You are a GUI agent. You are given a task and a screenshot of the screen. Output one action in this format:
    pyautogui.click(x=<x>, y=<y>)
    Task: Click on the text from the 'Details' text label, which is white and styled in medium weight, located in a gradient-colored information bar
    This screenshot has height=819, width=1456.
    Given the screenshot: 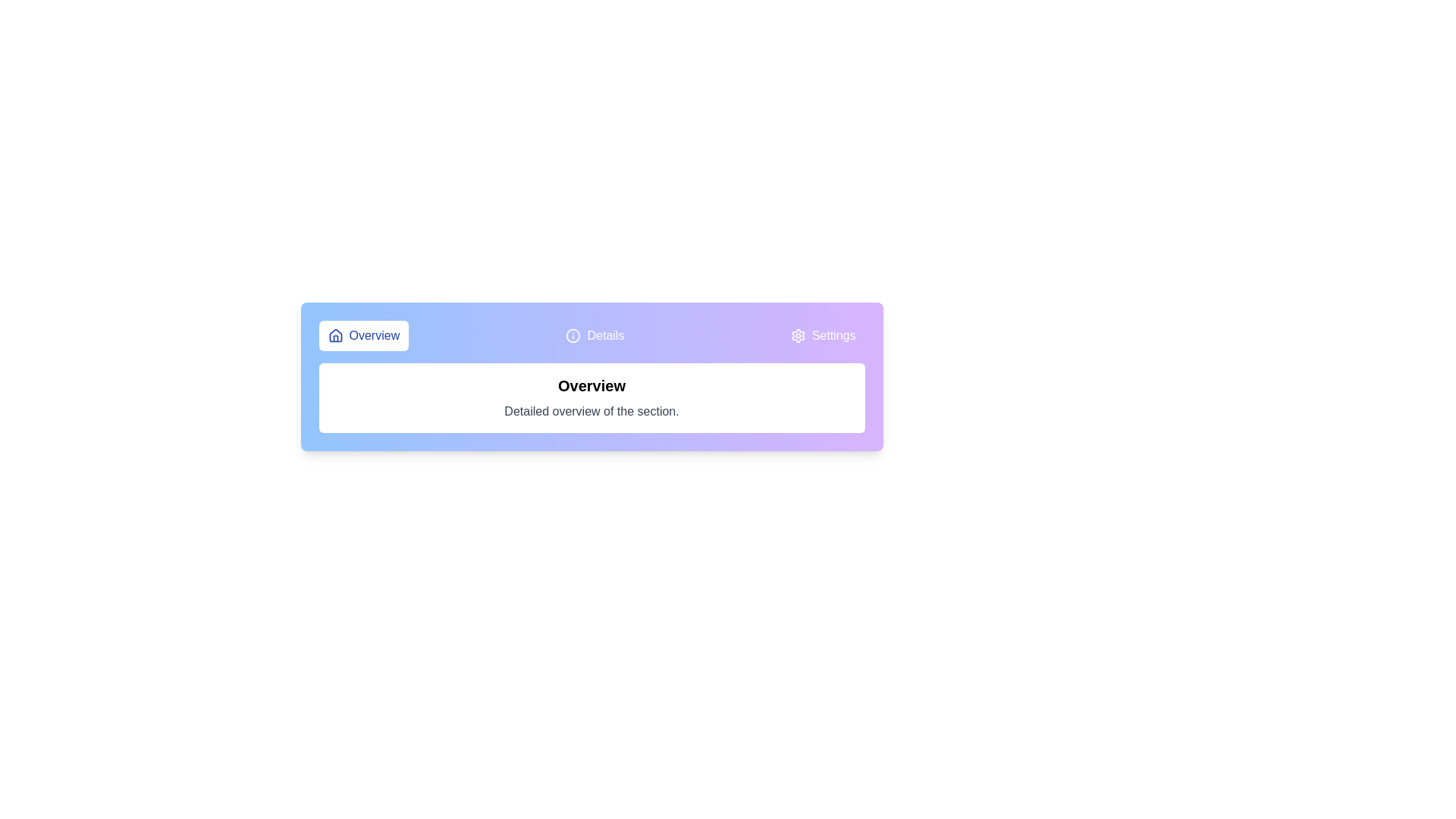 What is the action you would take?
    pyautogui.click(x=604, y=335)
    